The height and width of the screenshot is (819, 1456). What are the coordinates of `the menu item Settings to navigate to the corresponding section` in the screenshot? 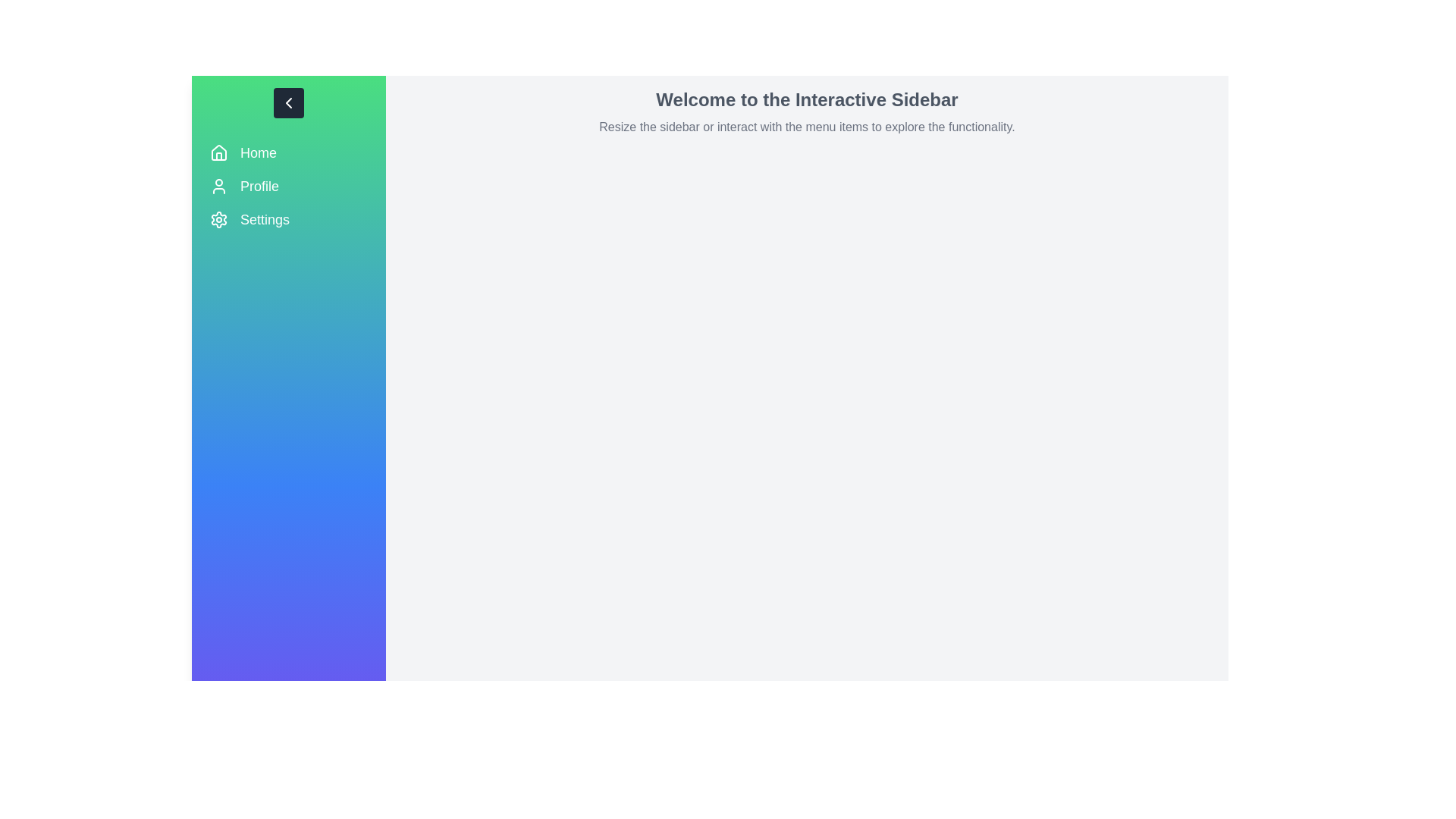 It's located at (288, 219).